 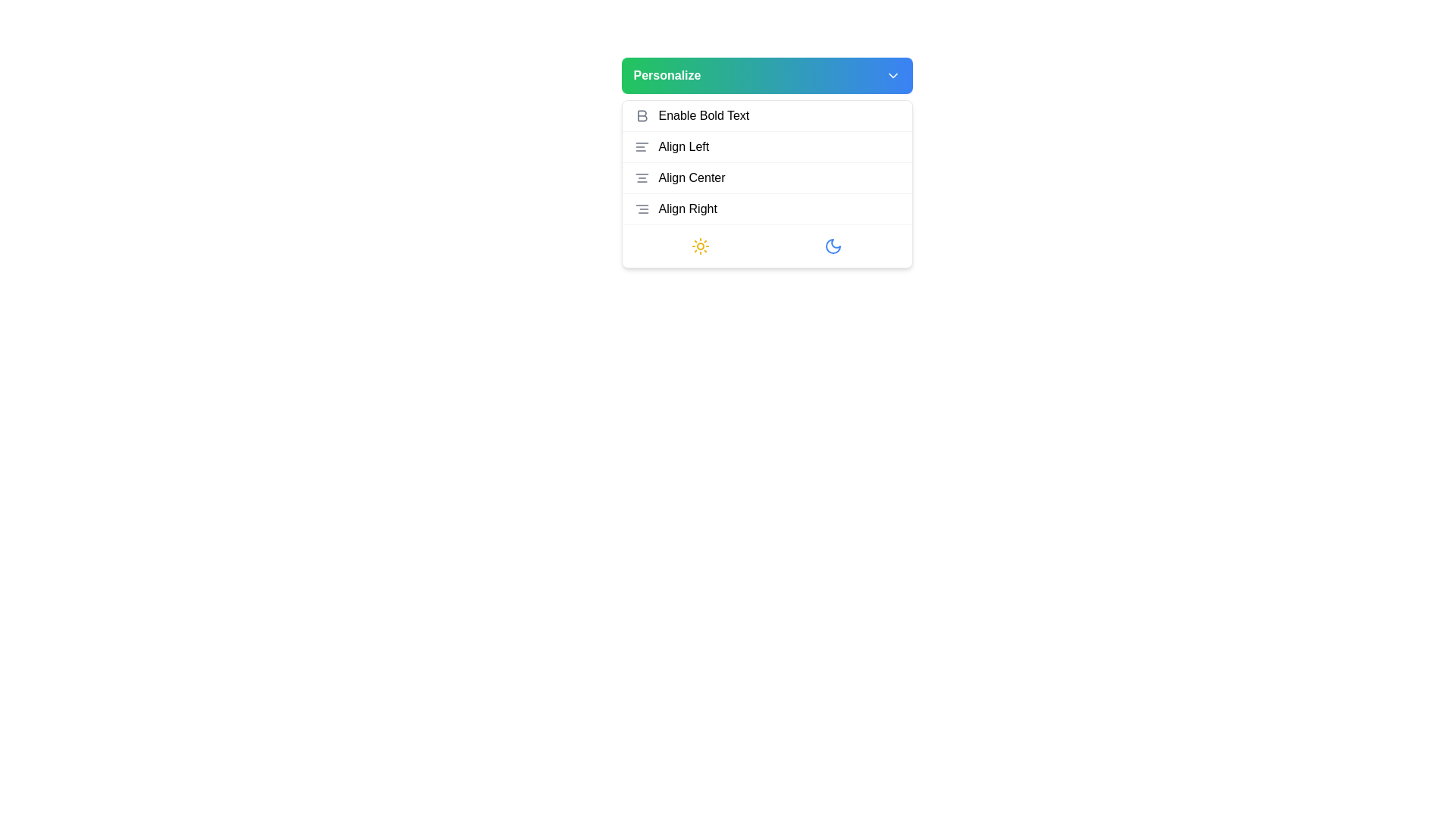 I want to click on the icon represented by three horizontal lines located to the left of the 'Align Right' text label in the alignment menu, so click(x=642, y=209).